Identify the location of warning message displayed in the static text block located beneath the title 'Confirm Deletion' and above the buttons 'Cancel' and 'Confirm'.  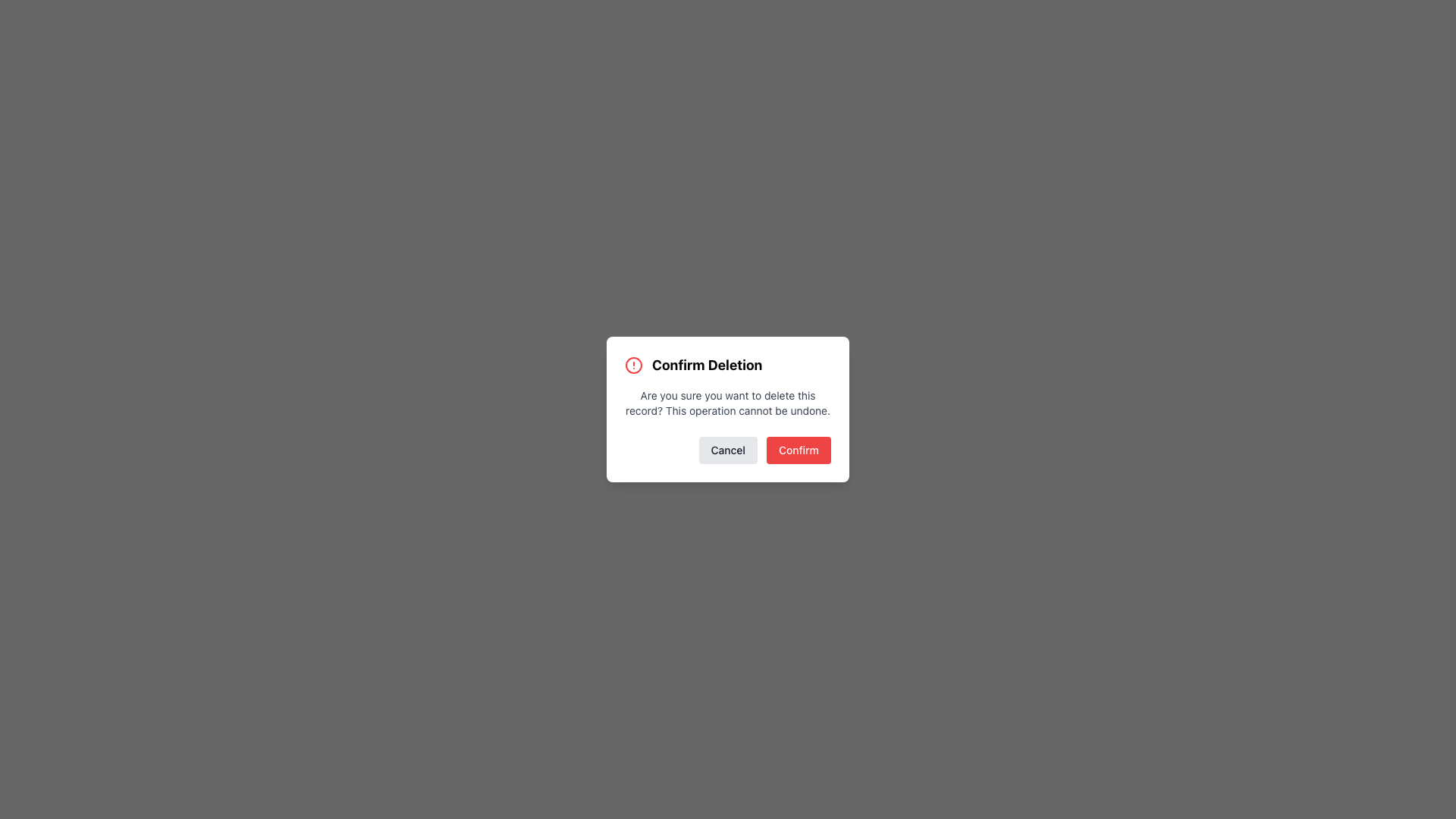
(728, 403).